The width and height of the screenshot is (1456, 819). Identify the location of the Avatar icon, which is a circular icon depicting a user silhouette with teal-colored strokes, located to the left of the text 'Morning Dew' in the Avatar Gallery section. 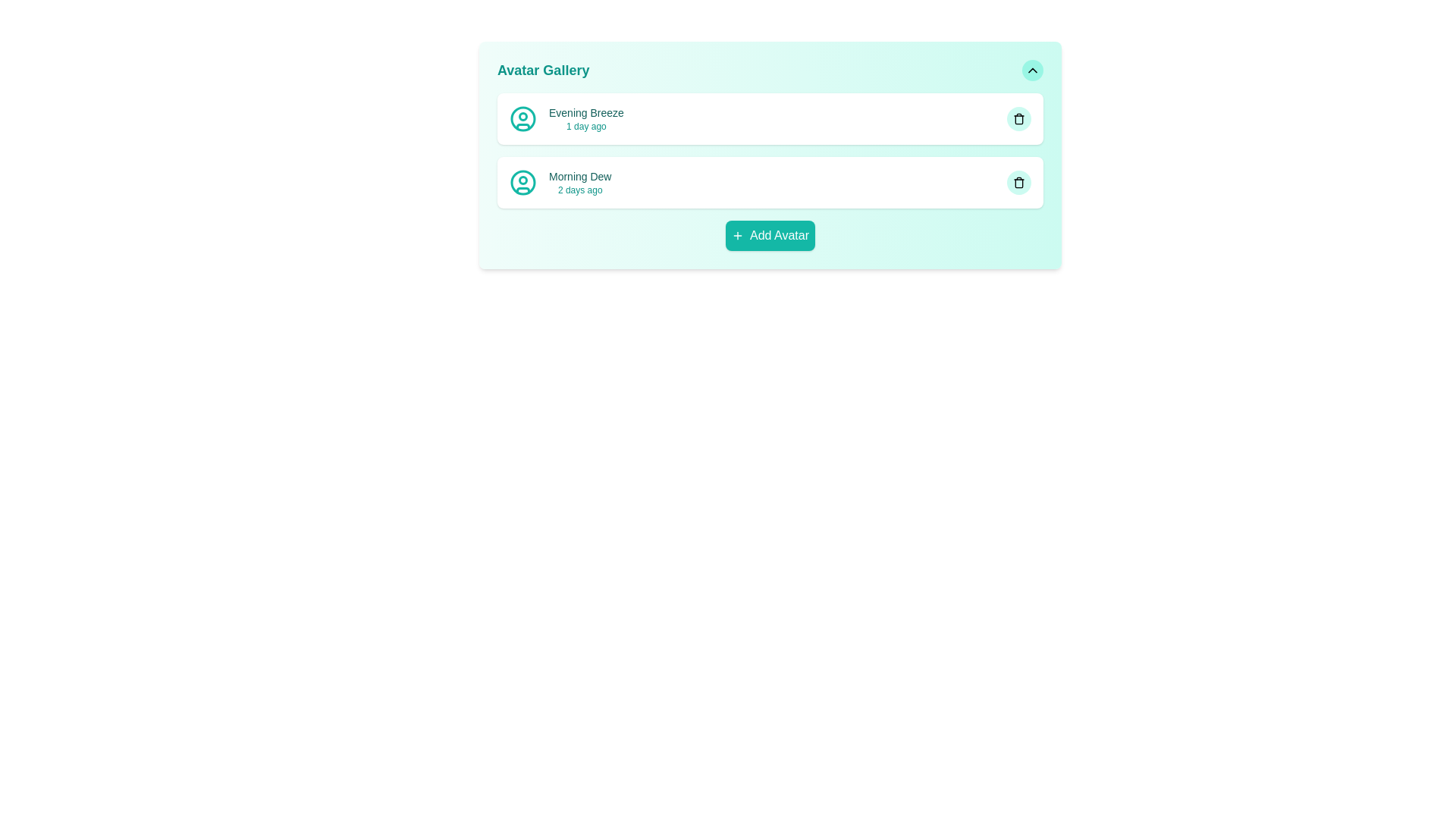
(523, 181).